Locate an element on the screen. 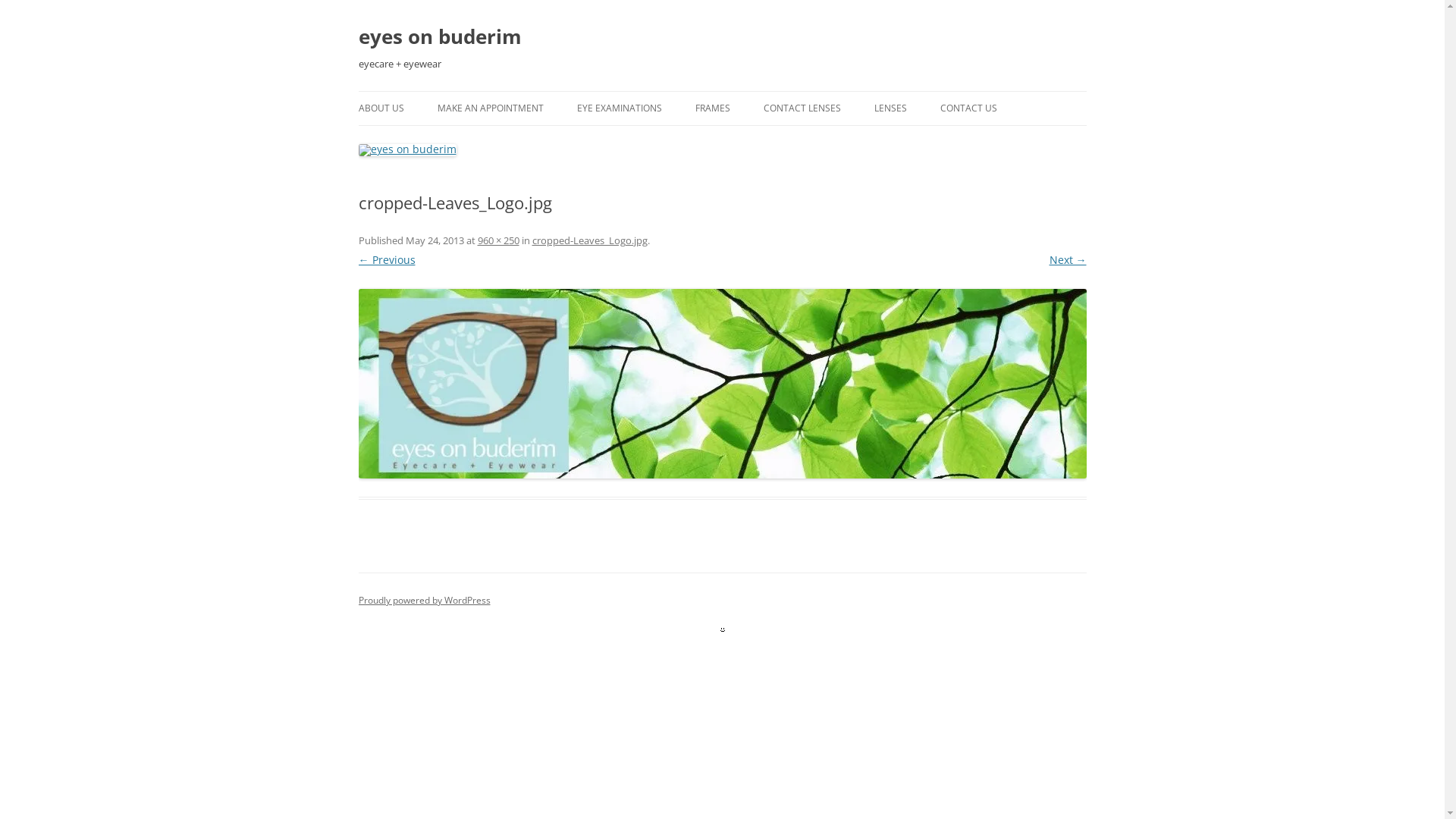  'CONTACT LENS ORDER FORM' is located at coordinates (837, 140).